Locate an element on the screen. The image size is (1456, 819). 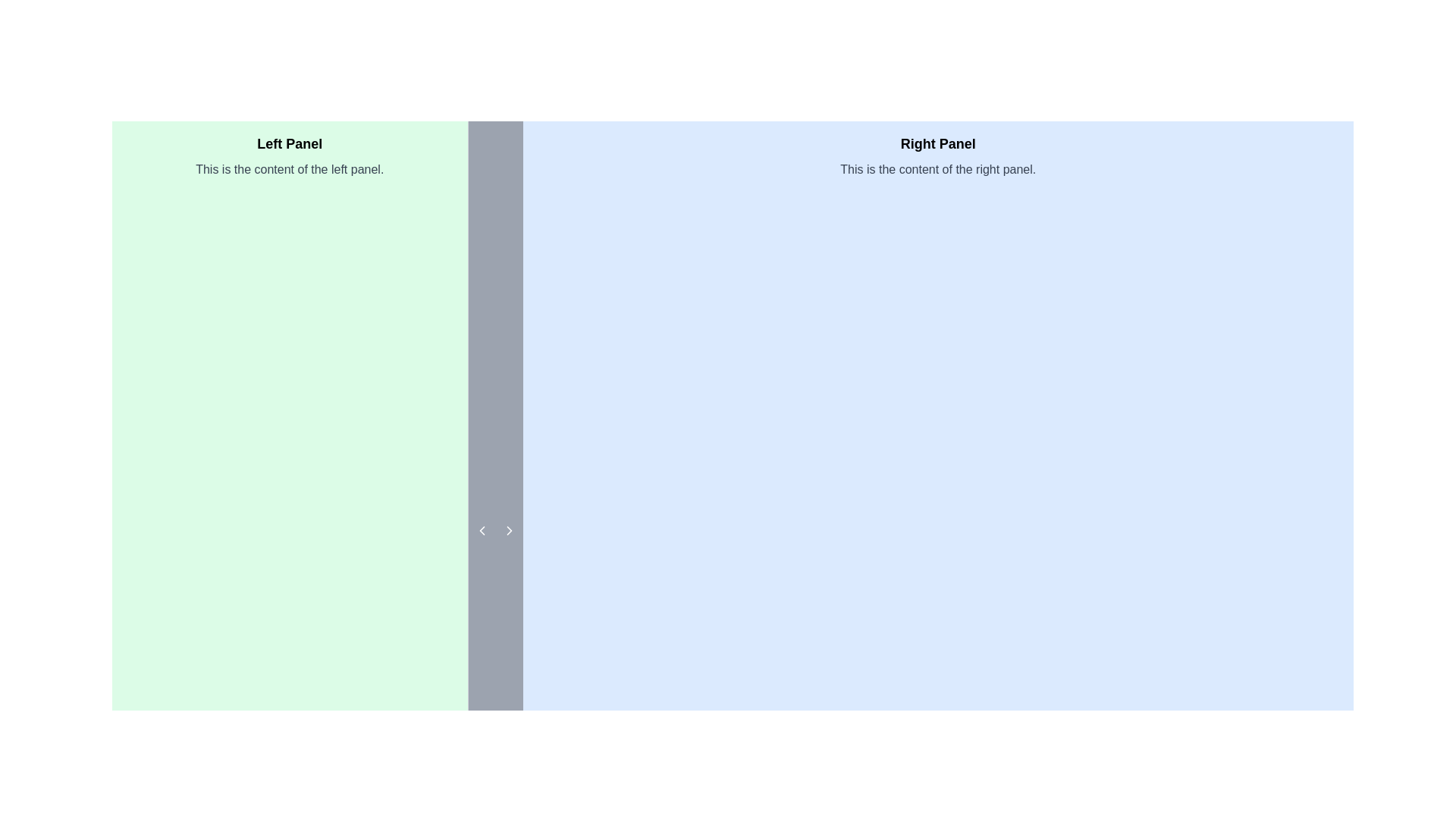
the left-pointing chevron button with a white outline on a gray background is located at coordinates (481, 529).